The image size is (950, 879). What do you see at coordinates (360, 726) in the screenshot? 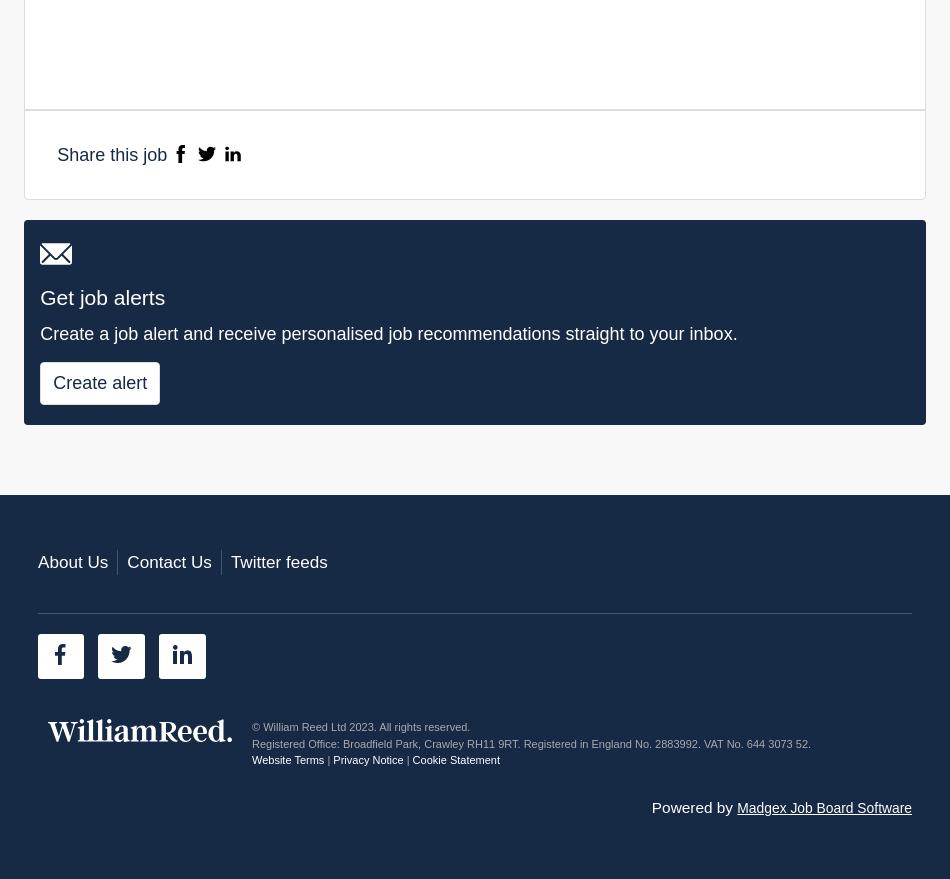
I see `'© William Reed Ltd 2023. All rights reserved.'` at bounding box center [360, 726].